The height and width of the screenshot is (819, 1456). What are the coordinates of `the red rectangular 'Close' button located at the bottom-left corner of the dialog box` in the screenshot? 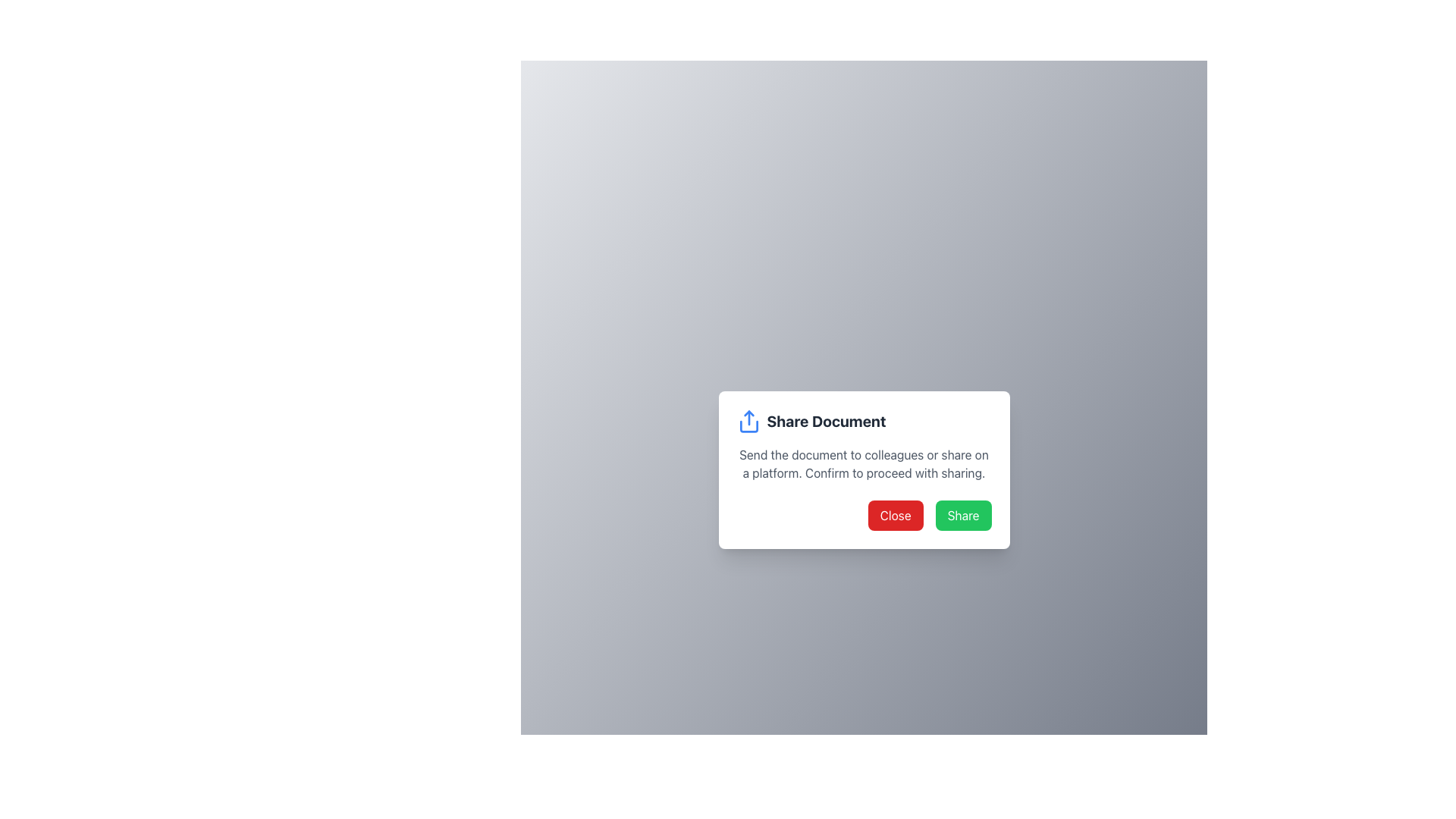 It's located at (896, 514).